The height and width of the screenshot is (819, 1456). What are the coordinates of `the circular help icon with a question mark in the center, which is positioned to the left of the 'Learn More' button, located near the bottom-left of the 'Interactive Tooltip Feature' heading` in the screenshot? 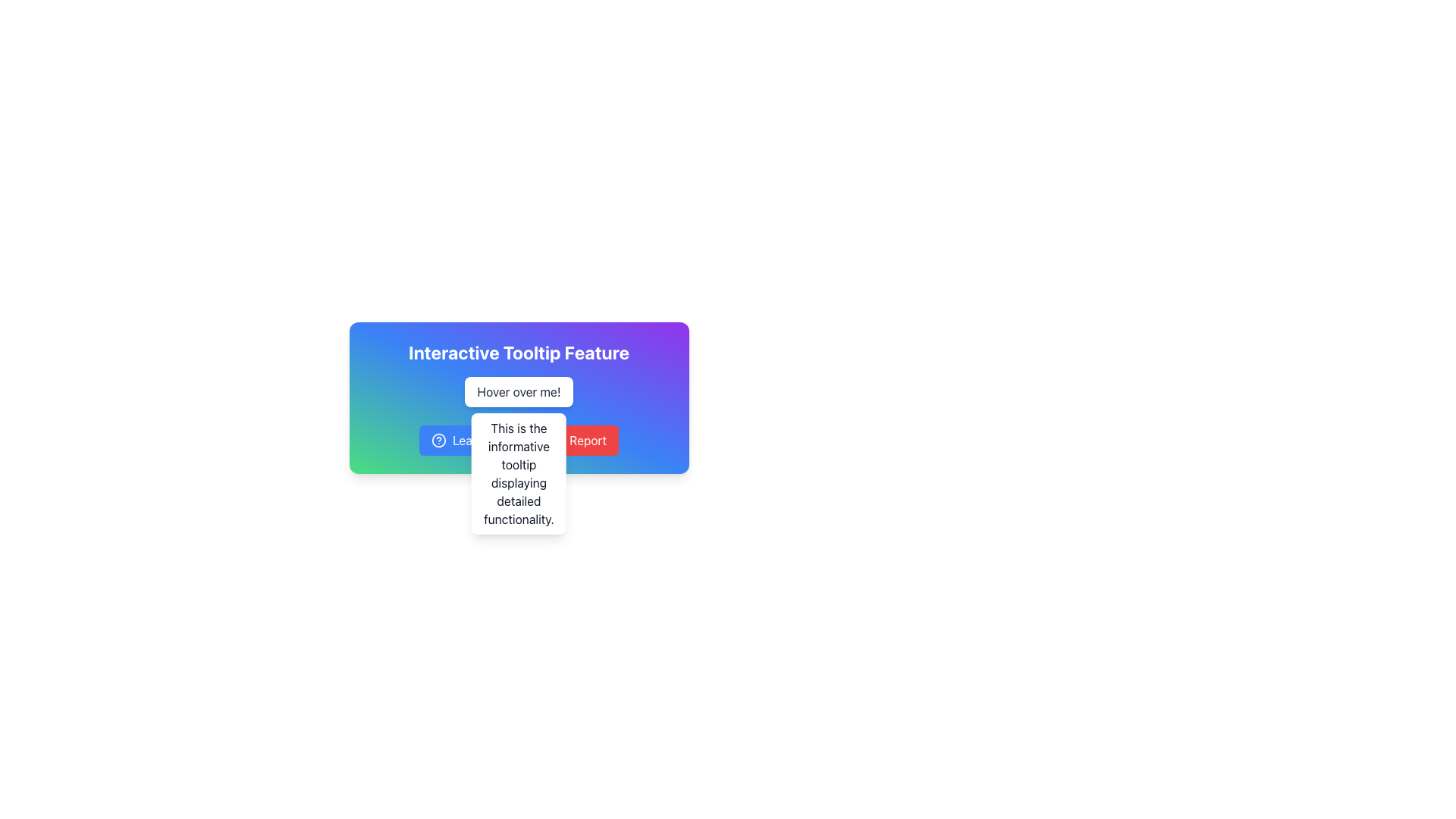 It's located at (438, 441).